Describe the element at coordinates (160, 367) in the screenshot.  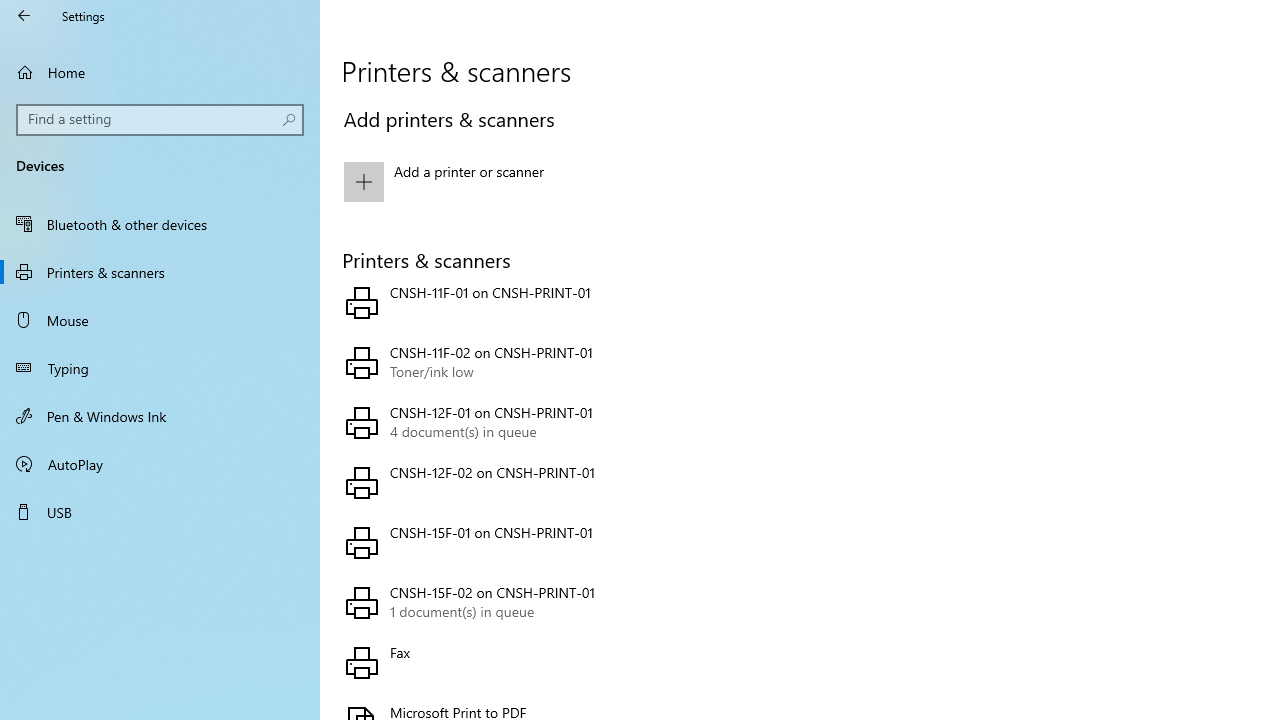
I see `'Typing'` at that location.